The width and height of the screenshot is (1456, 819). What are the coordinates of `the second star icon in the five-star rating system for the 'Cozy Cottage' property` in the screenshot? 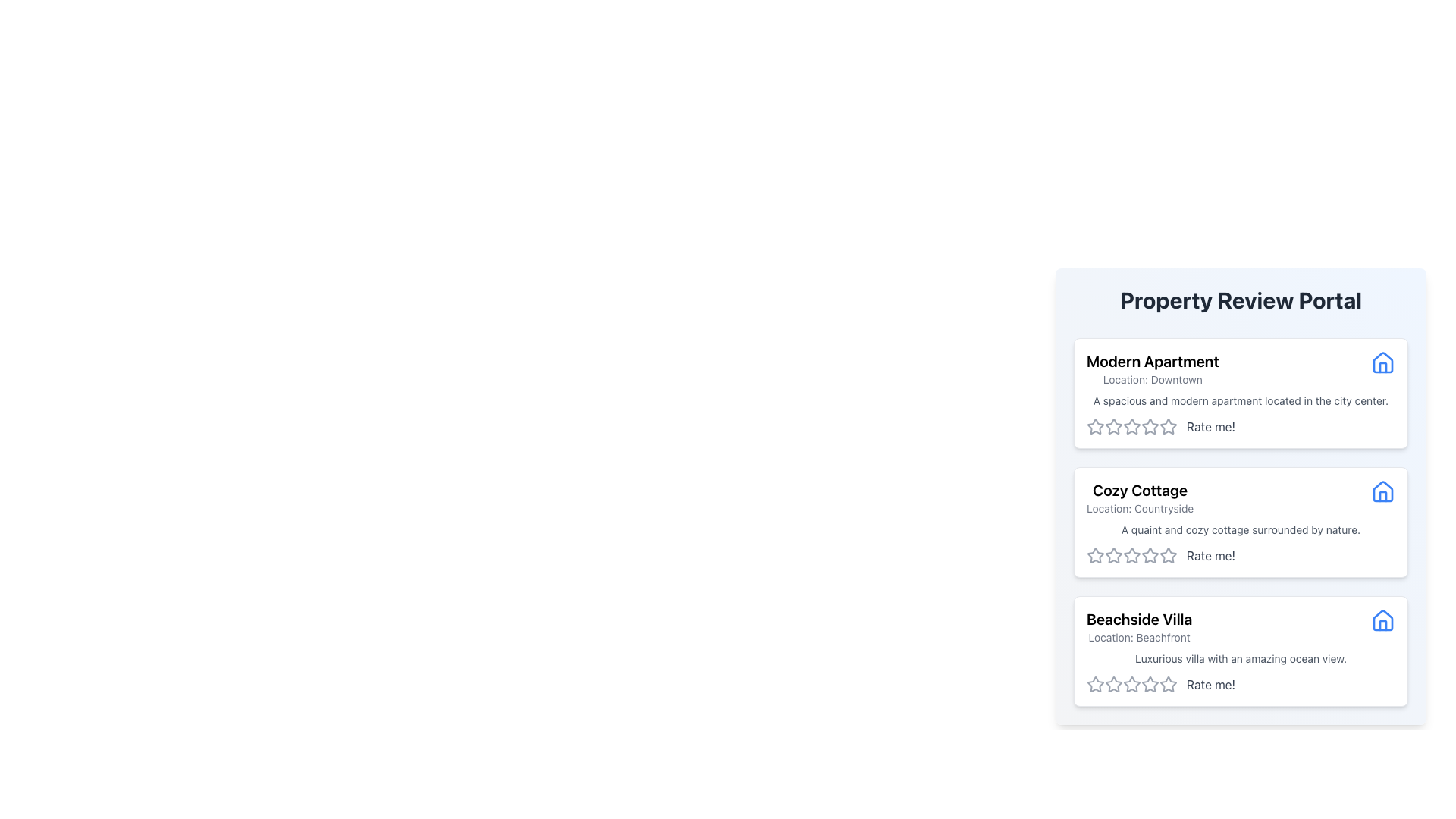 It's located at (1113, 555).